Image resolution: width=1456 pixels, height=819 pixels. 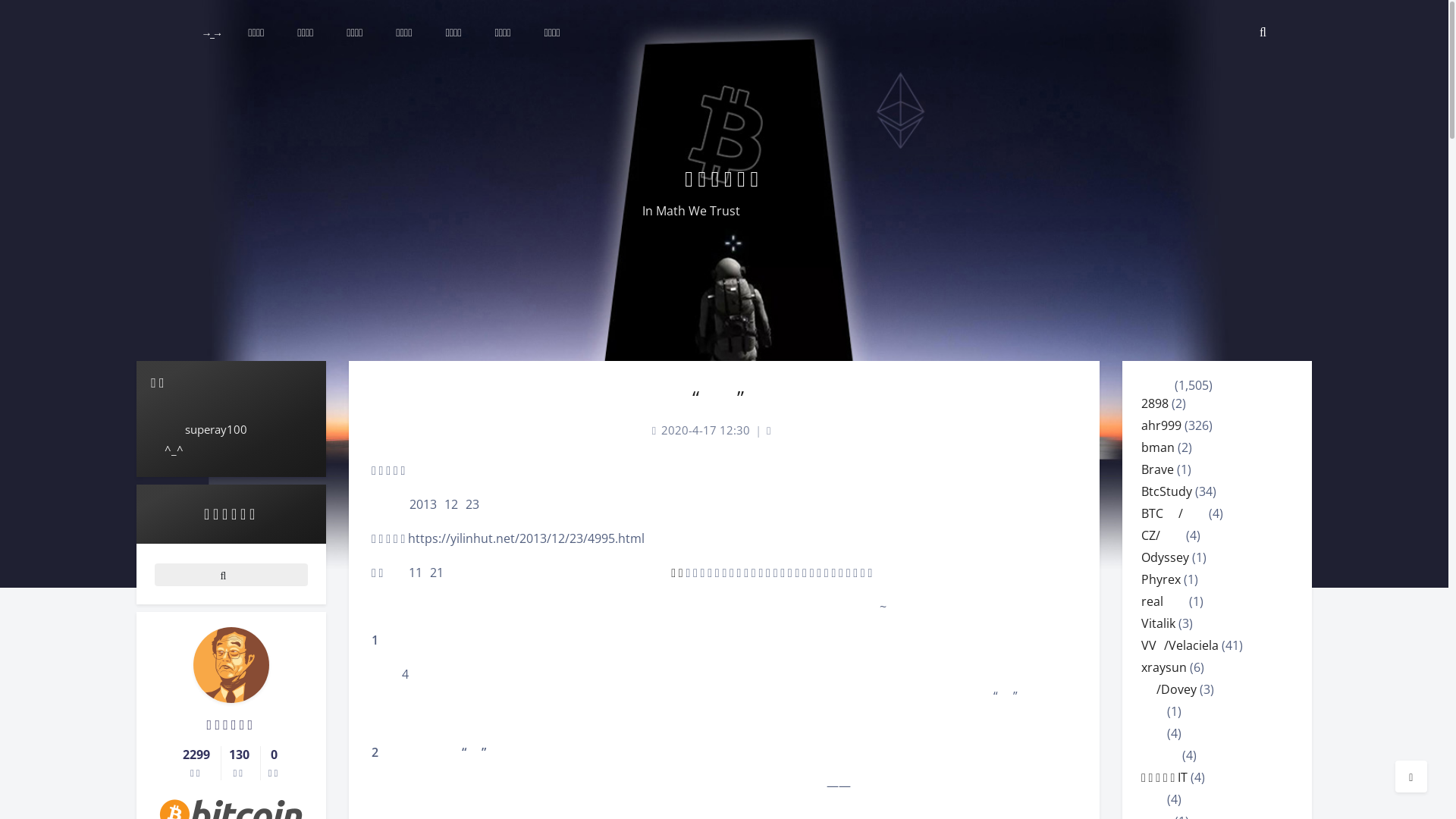 I want to click on 'ahr999', so click(x=1160, y=425).